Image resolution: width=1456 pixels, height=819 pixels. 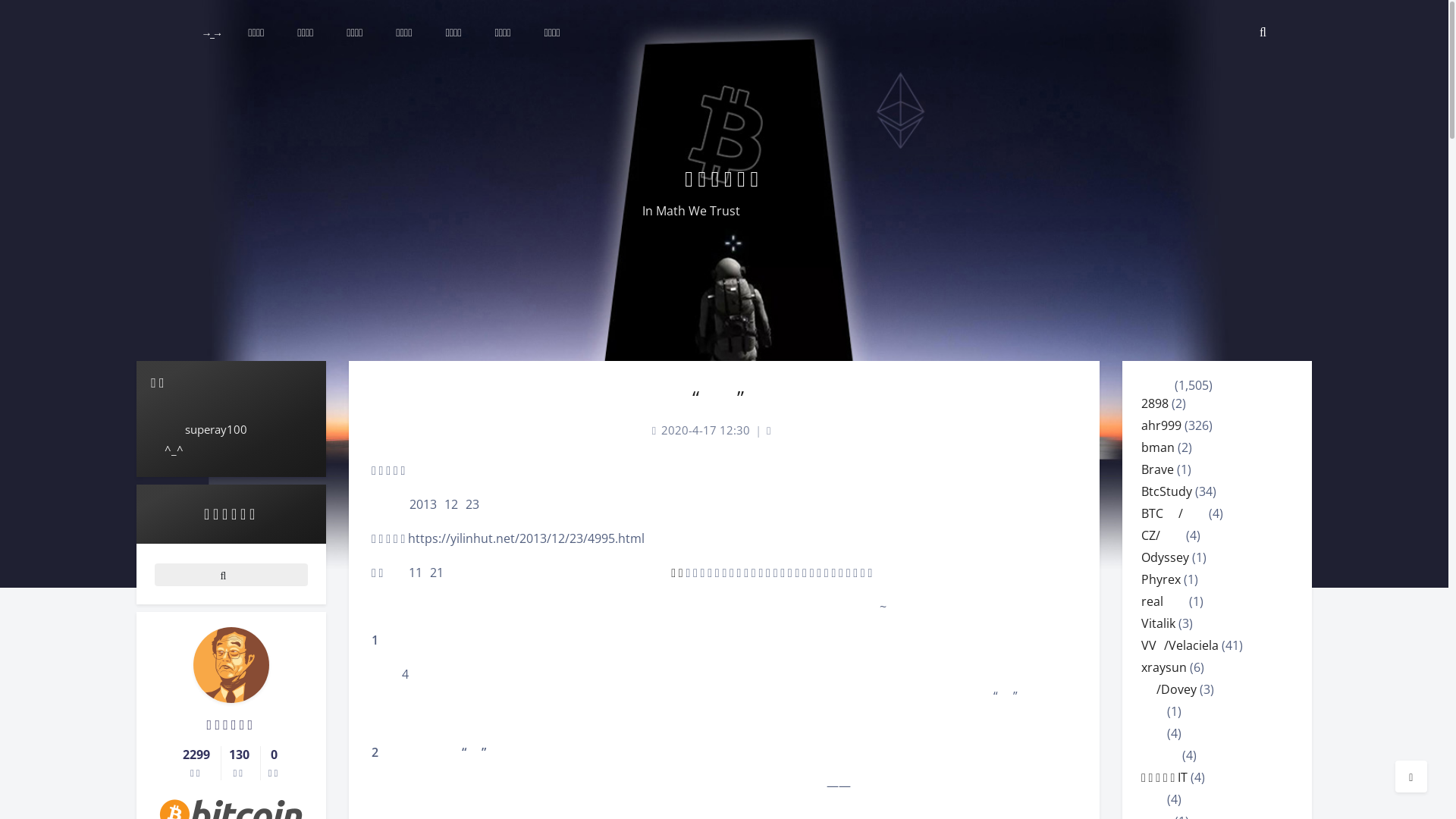 I want to click on 'ahr999', so click(x=1160, y=425).